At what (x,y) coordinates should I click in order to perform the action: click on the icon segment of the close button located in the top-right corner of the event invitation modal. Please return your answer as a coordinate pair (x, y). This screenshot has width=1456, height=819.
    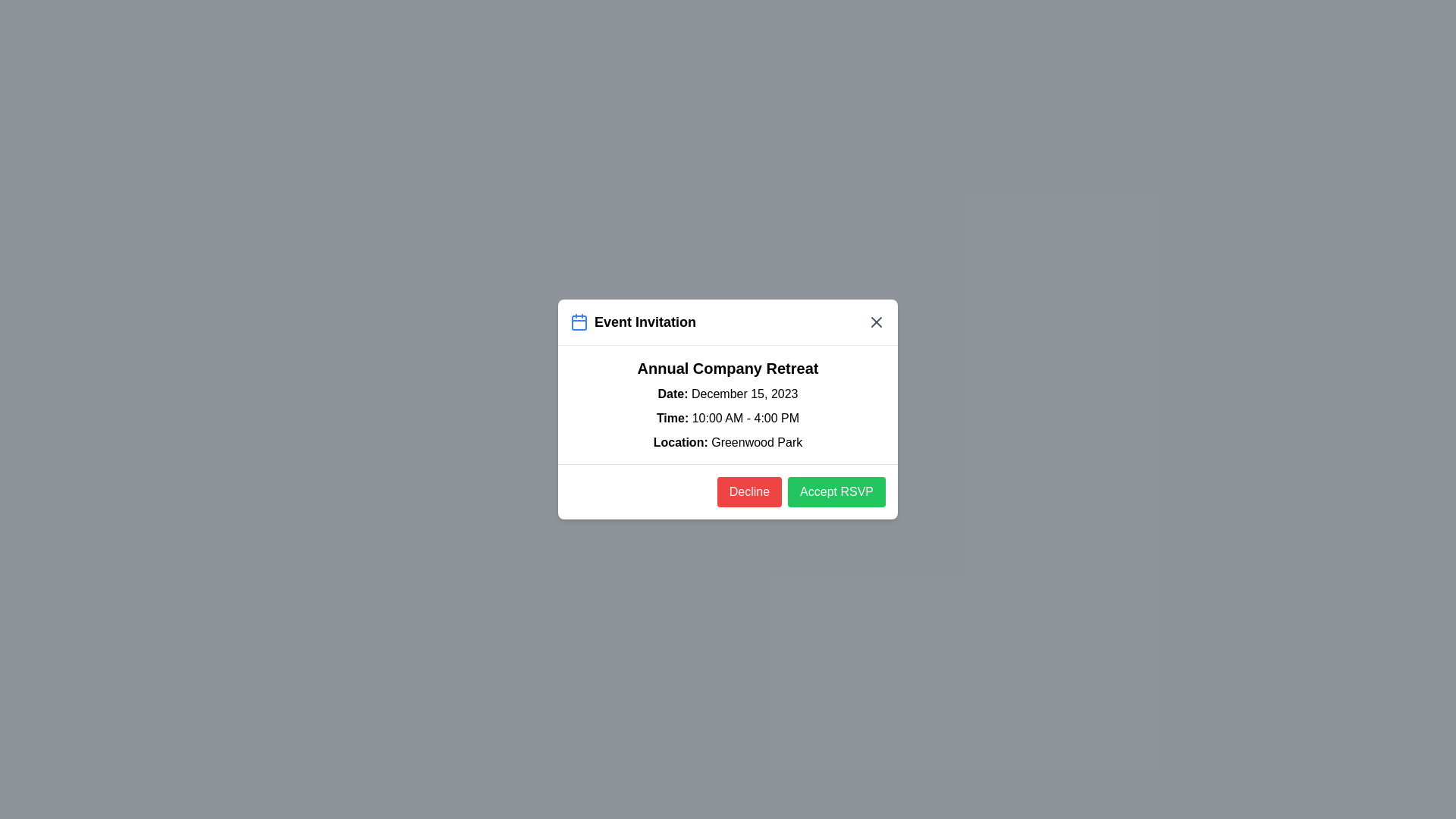
    Looking at the image, I should click on (877, 321).